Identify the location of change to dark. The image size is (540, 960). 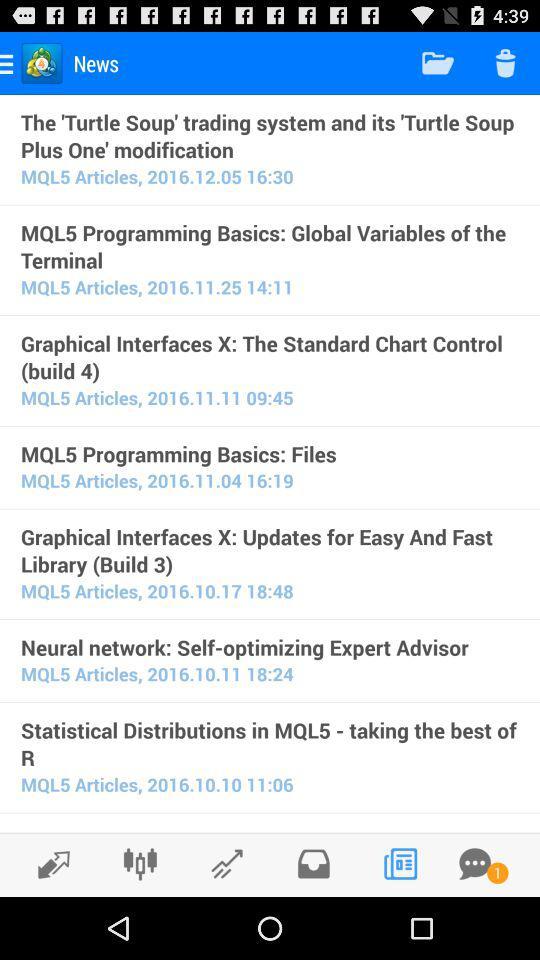
(48, 863).